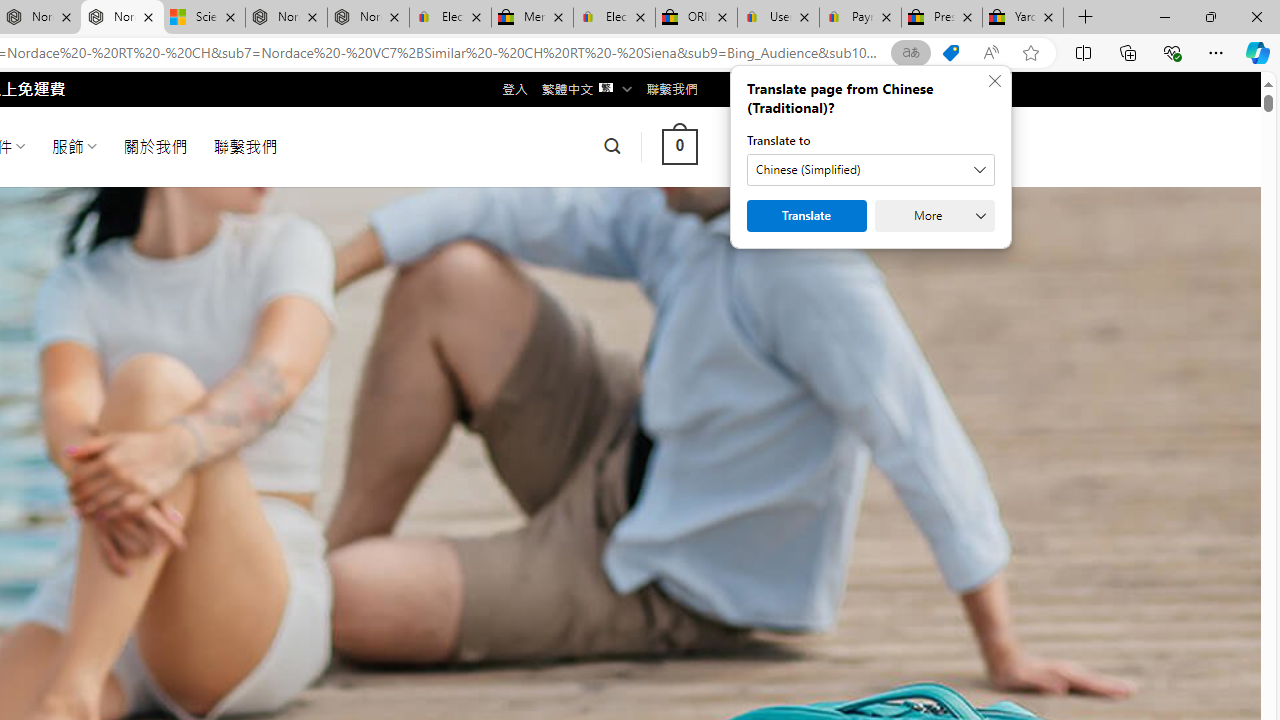  Describe the element at coordinates (934, 216) in the screenshot. I see `'More'` at that location.